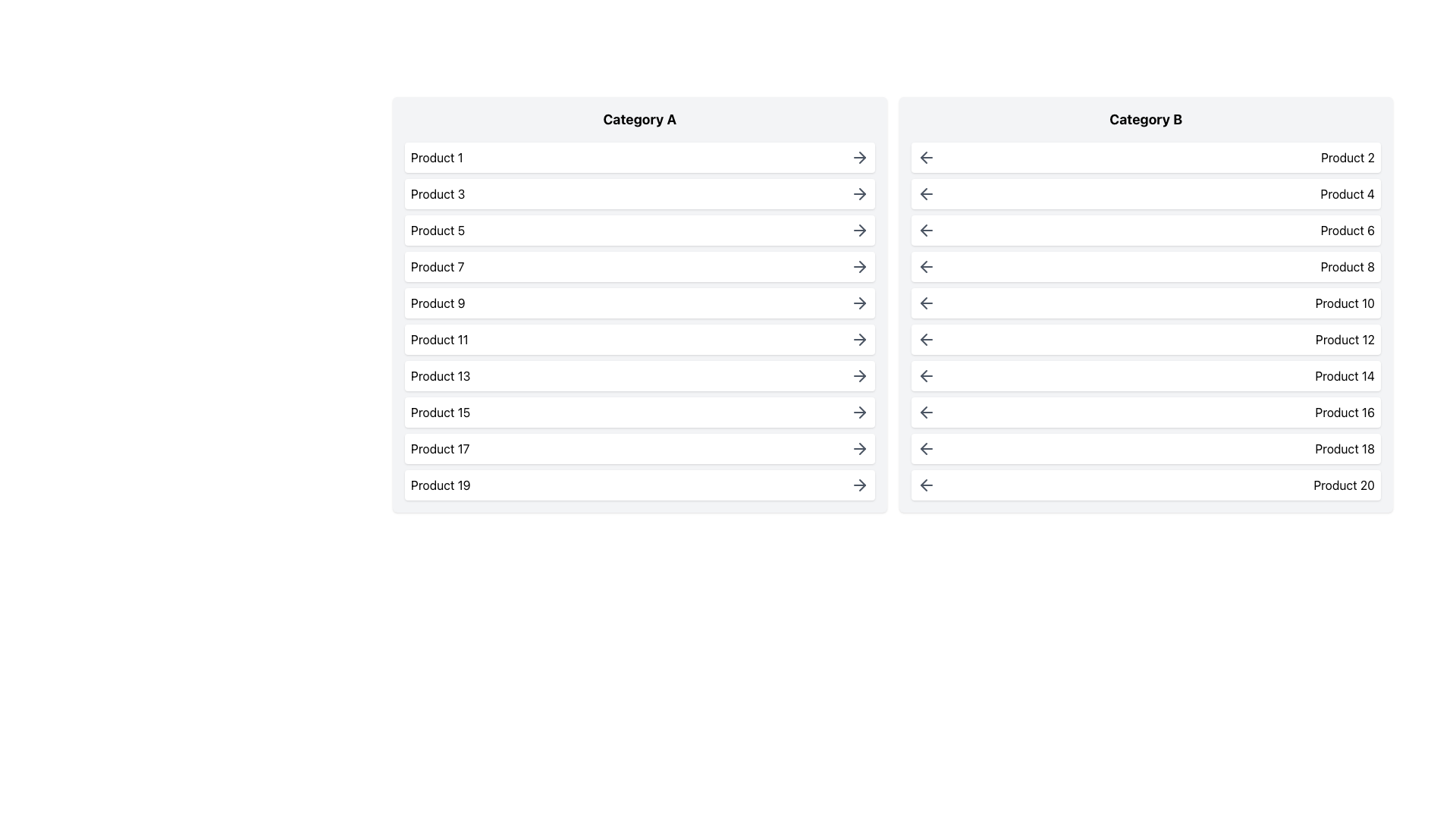 This screenshot has height=819, width=1456. Describe the element at coordinates (639, 303) in the screenshot. I see `the card labeled 'Product 9'` at that location.